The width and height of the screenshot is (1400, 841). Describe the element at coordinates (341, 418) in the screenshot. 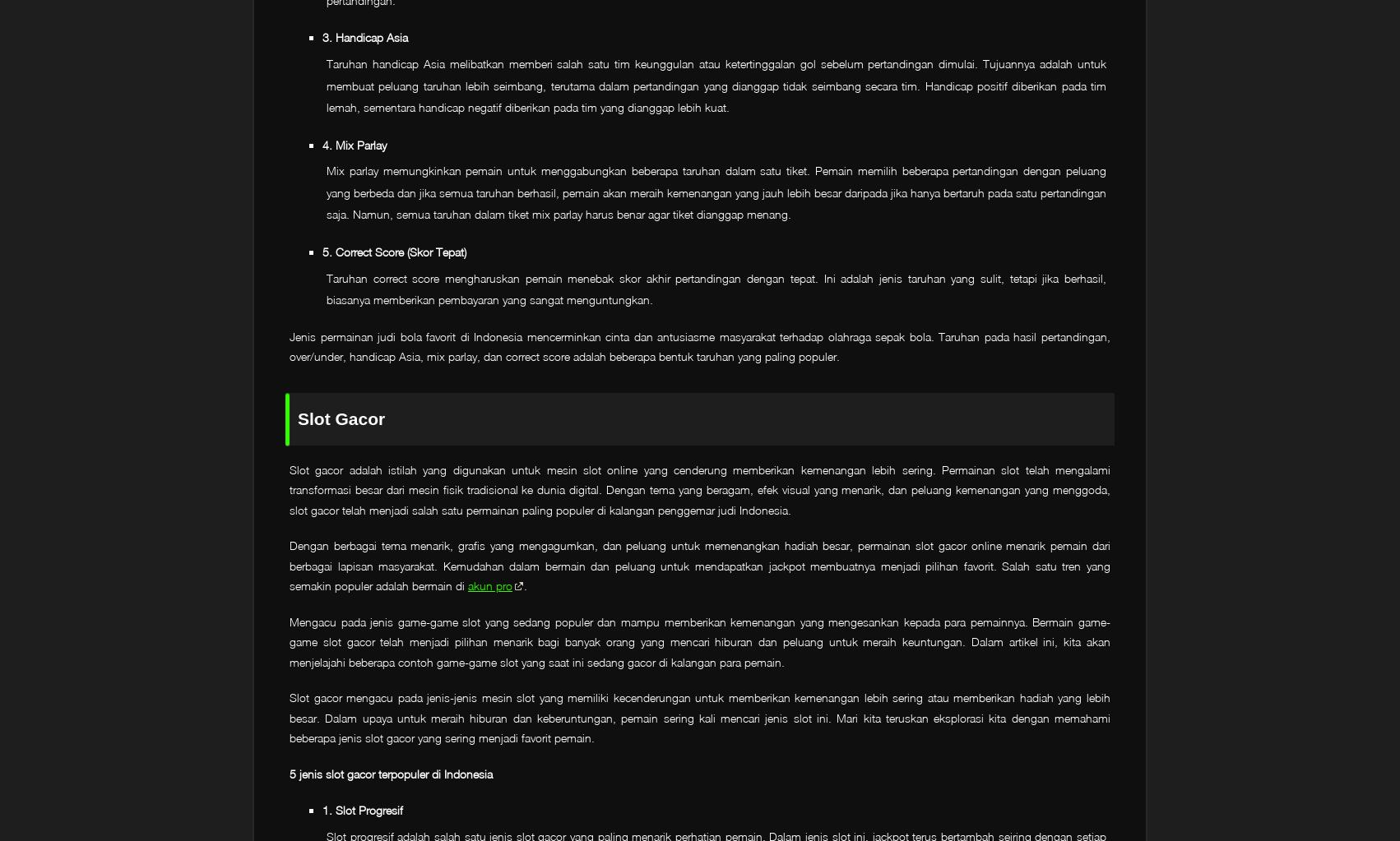

I see `'Slot Gacor'` at that location.